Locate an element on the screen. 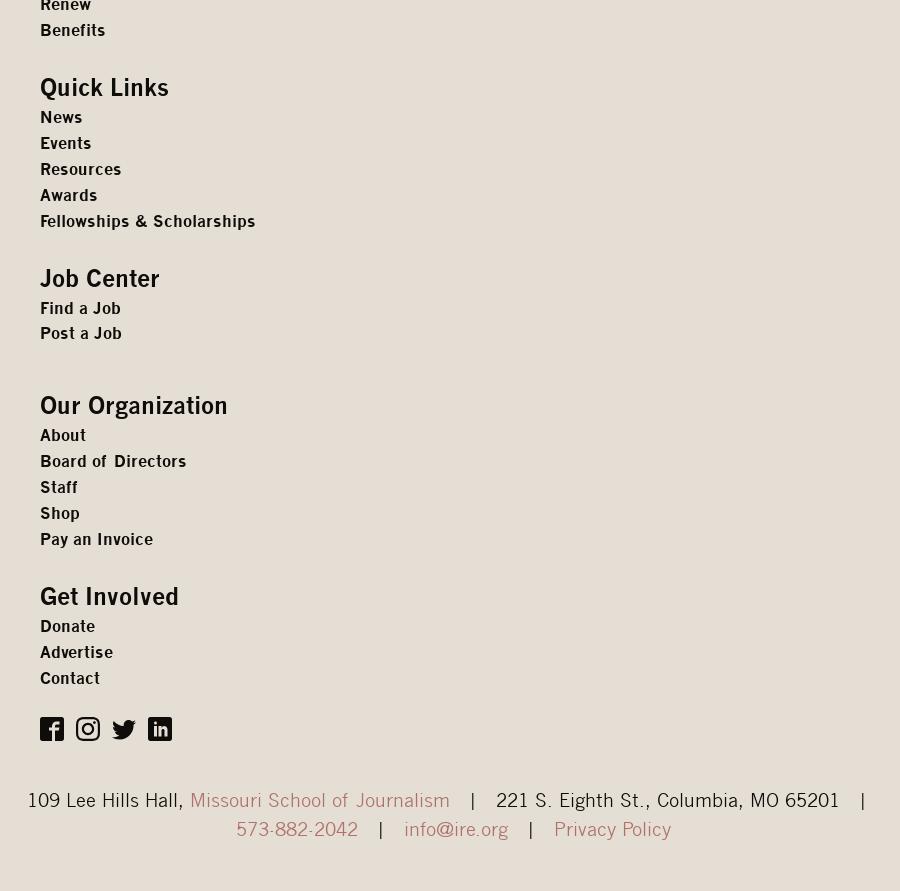 This screenshot has width=900, height=891. 'Our Organization' is located at coordinates (38, 404).